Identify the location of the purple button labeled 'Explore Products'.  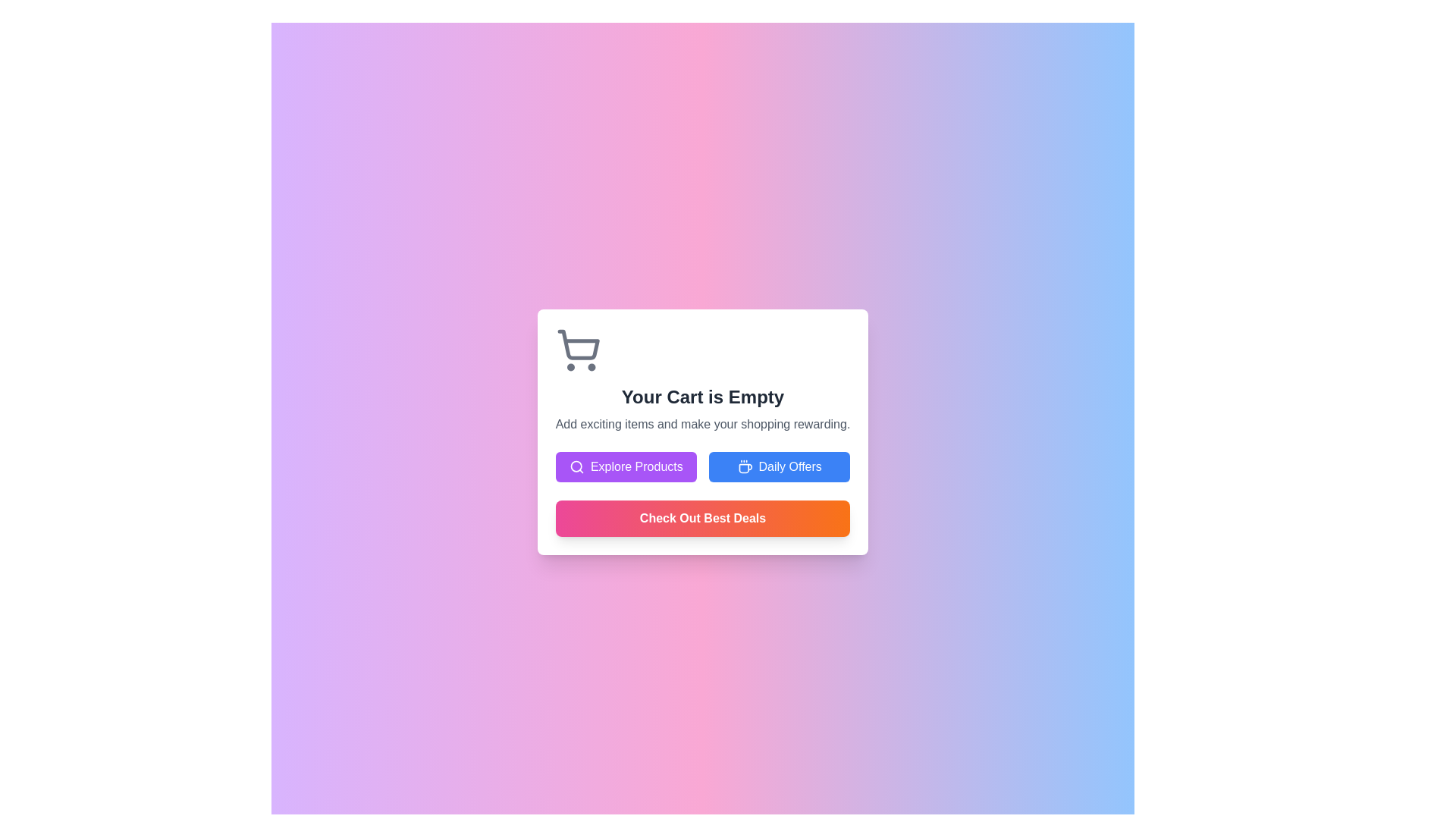
(626, 466).